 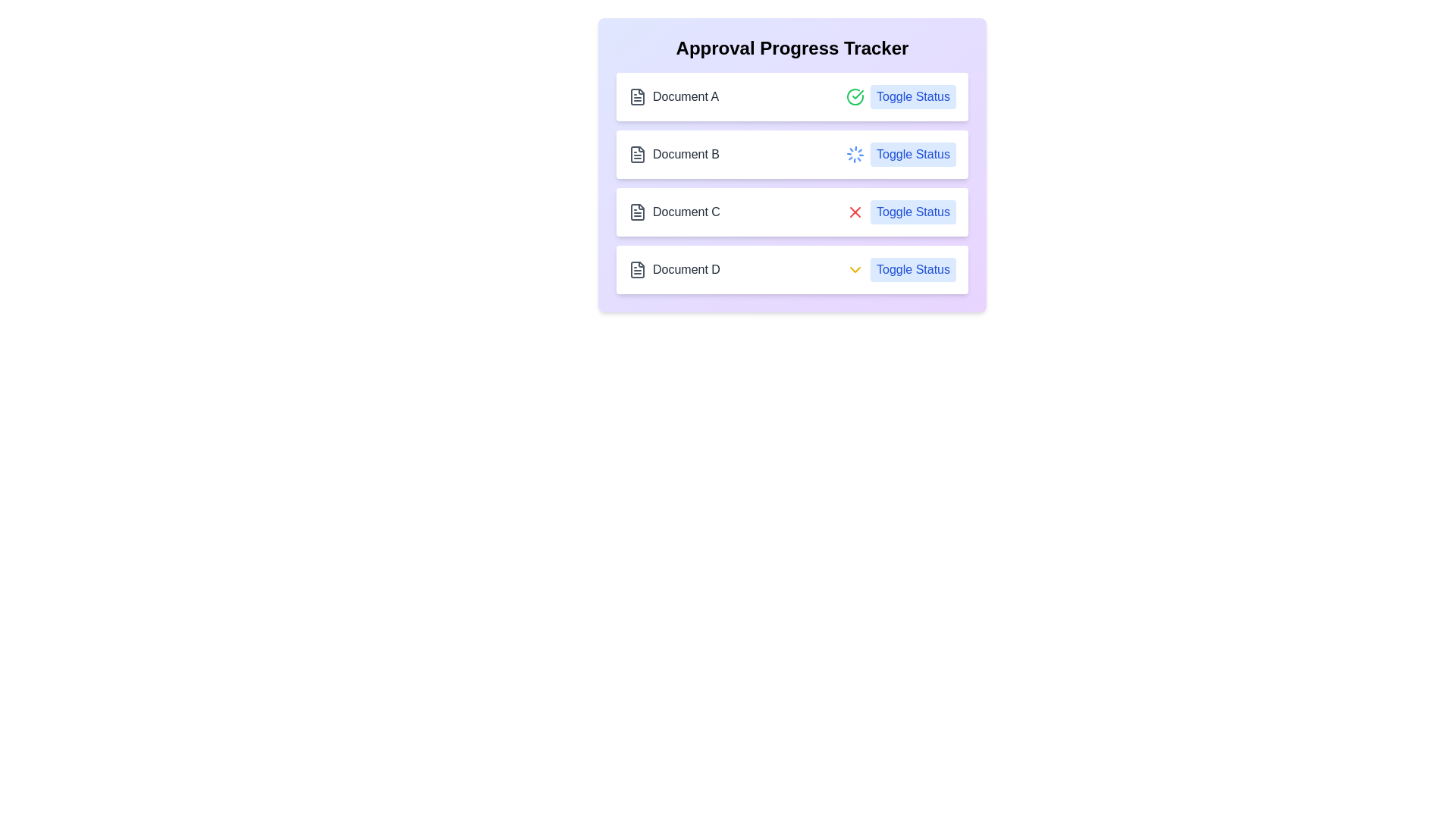 What do you see at coordinates (673, 268) in the screenshot?
I see `the 'Document D' label with the document icon located in the fourth row under 'Approval Progress Tracker'` at bounding box center [673, 268].